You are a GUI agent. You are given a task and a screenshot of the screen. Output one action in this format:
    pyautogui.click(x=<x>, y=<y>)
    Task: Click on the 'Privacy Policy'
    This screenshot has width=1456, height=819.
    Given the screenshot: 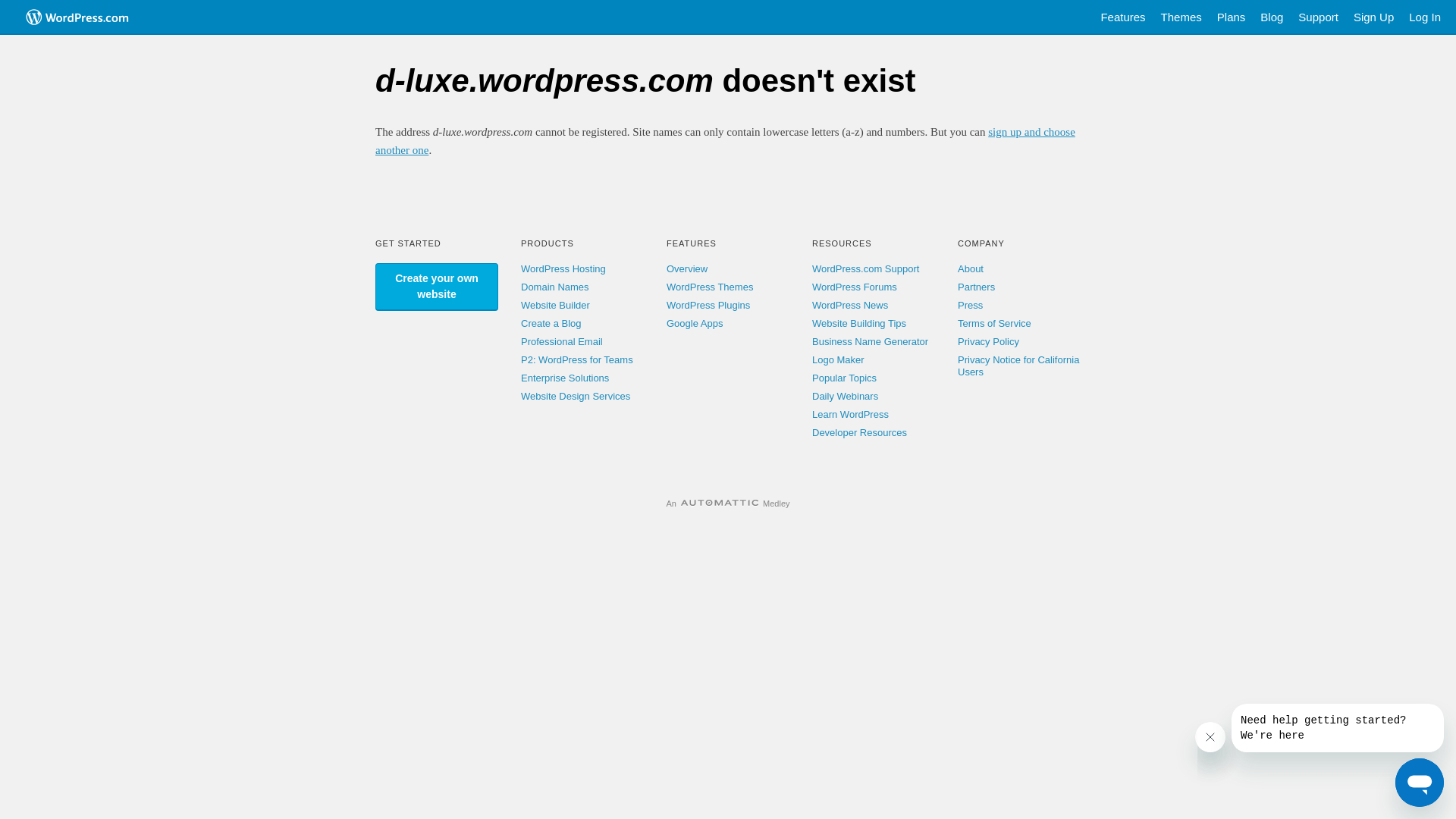 What is the action you would take?
    pyautogui.click(x=988, y=341)
    